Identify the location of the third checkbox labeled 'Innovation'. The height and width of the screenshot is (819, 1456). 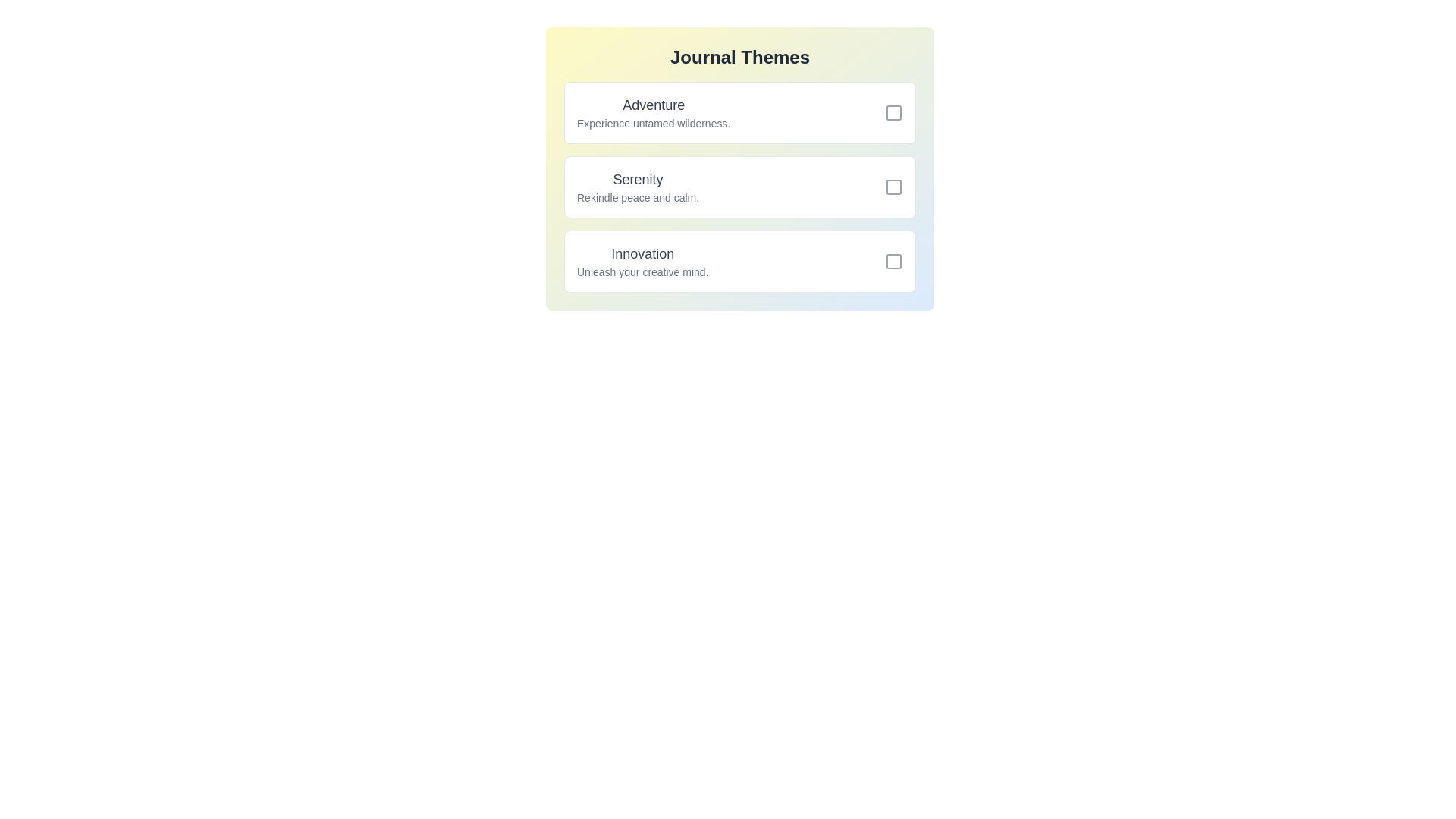
(894, 260).